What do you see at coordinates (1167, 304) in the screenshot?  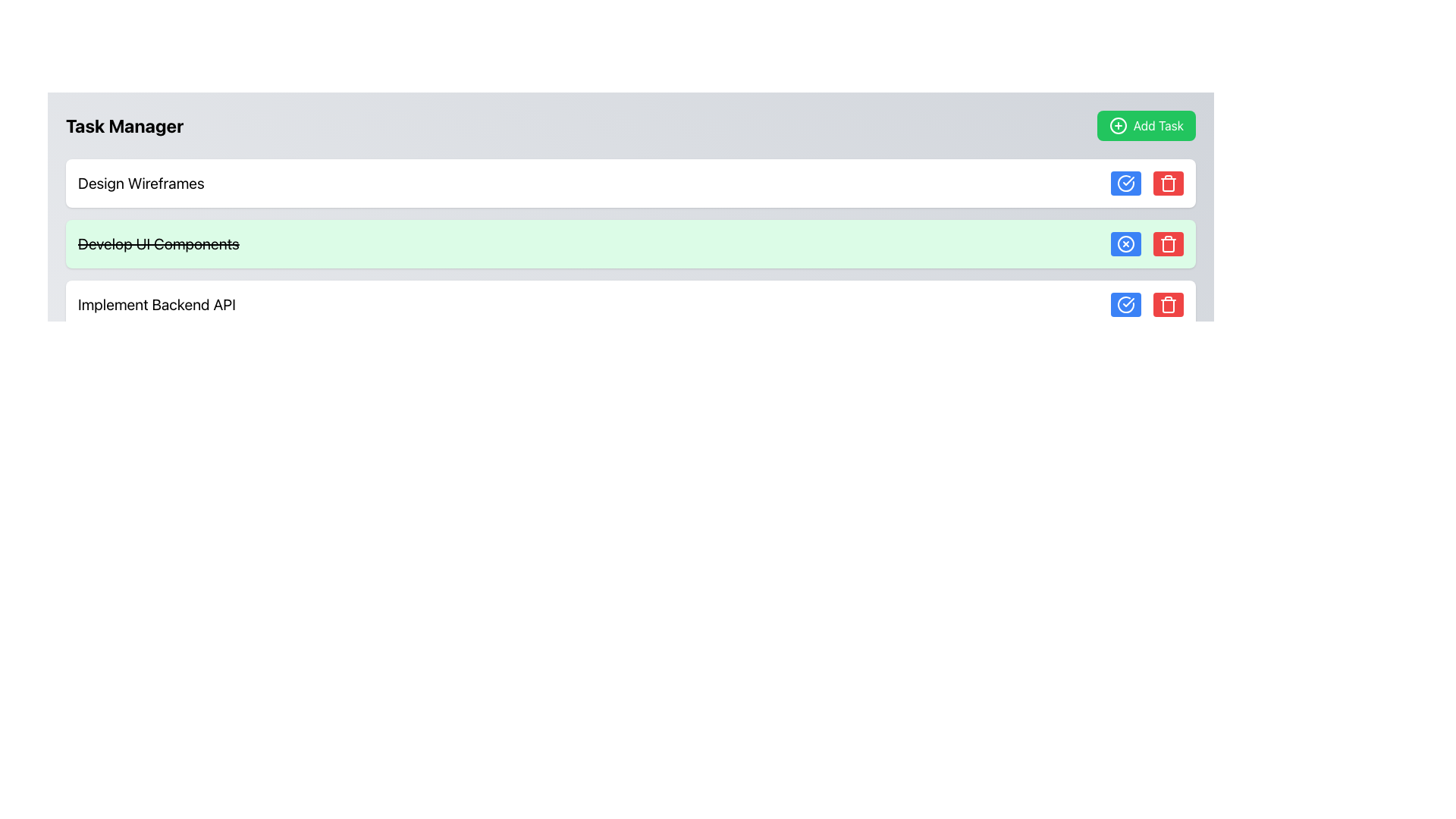 I see `the trash icon button with a red background located to the far-right of the task labeled 'Develop UI Components'` at bounding box center [1167, 304].